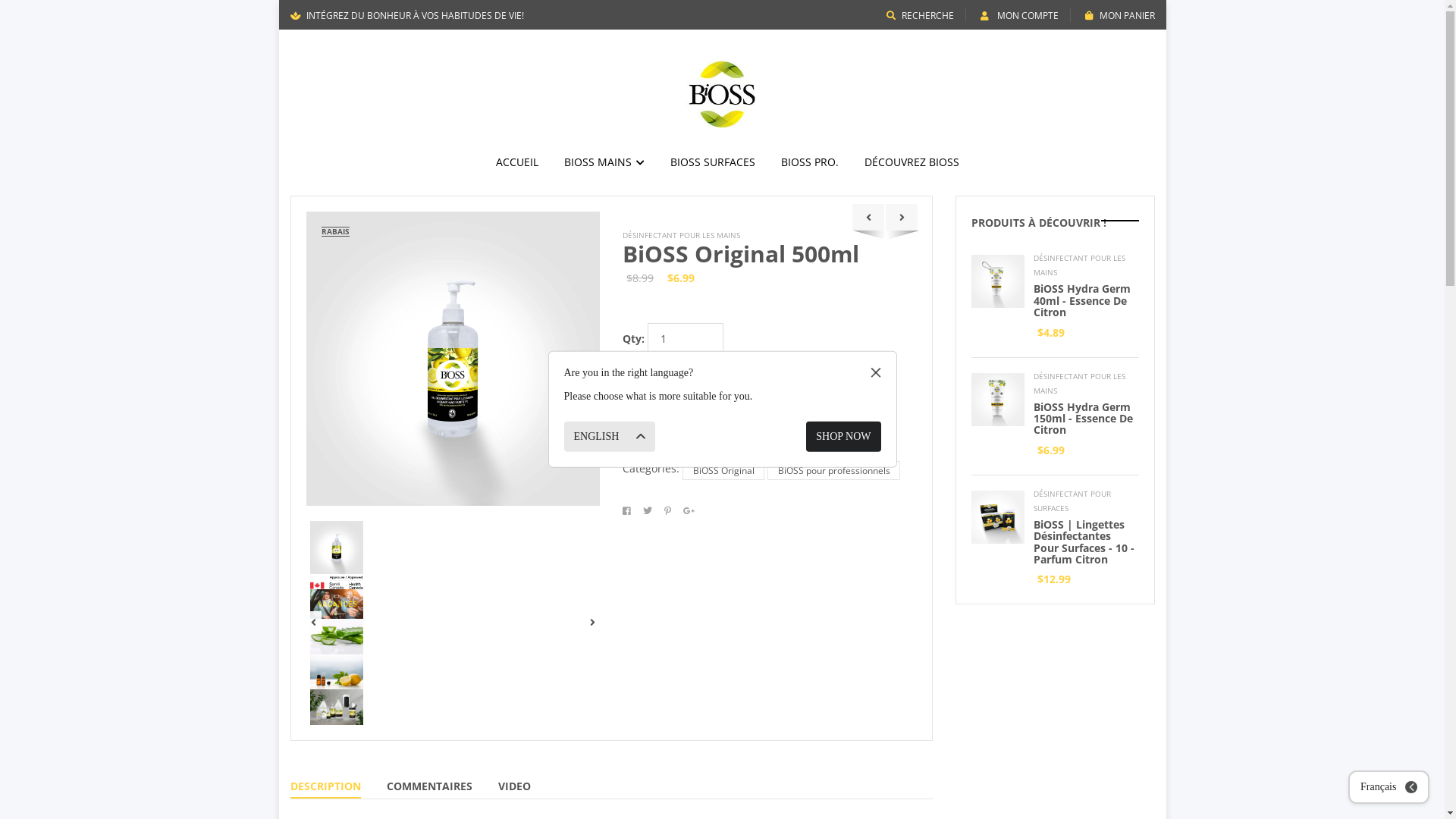  What do you see at coordinates (1119, 15) in the screenshot?
I see `'MON PANIER'` at bounding box center [1119, 15].